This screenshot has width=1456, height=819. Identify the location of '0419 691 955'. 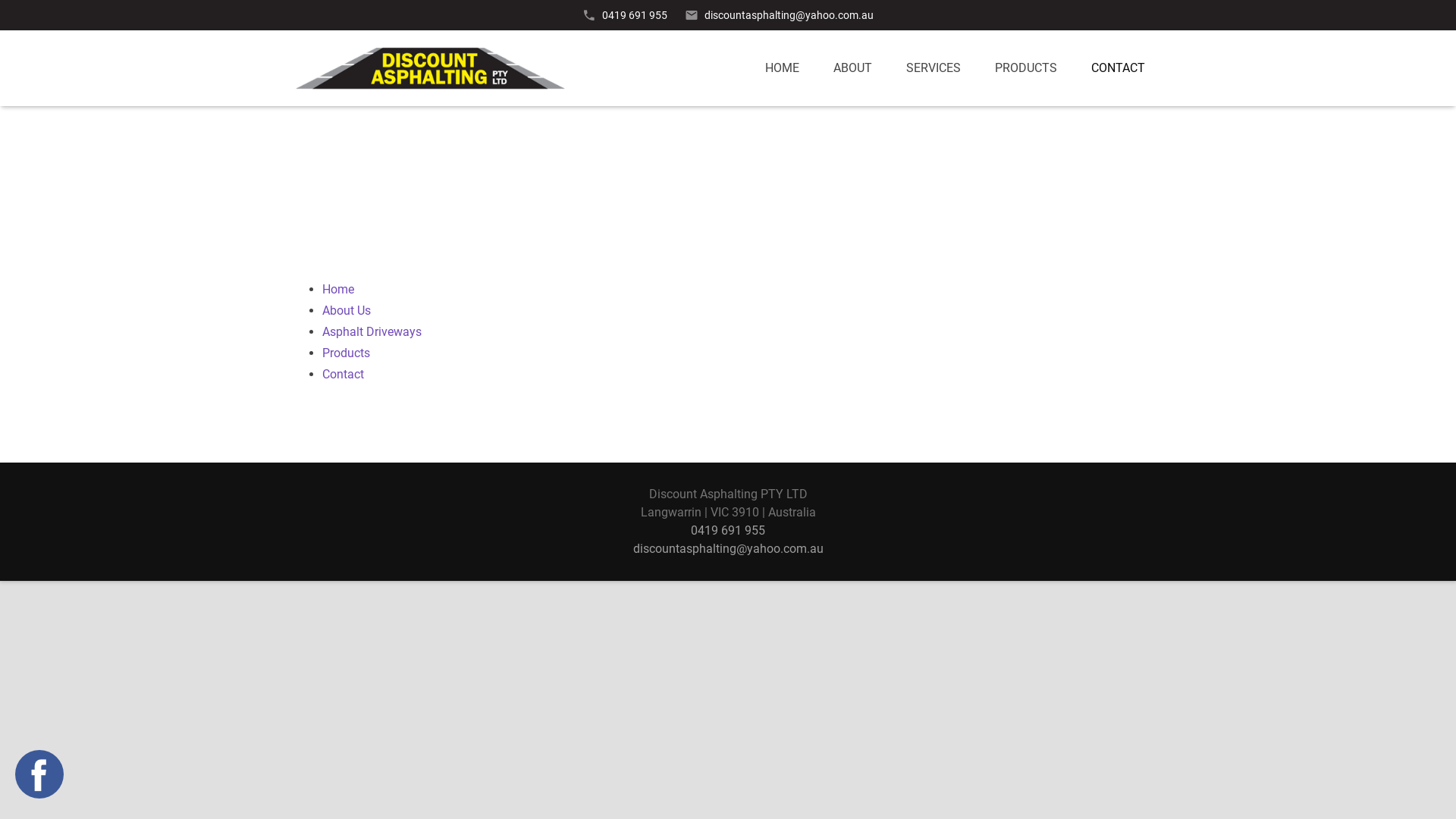
(728, 529).